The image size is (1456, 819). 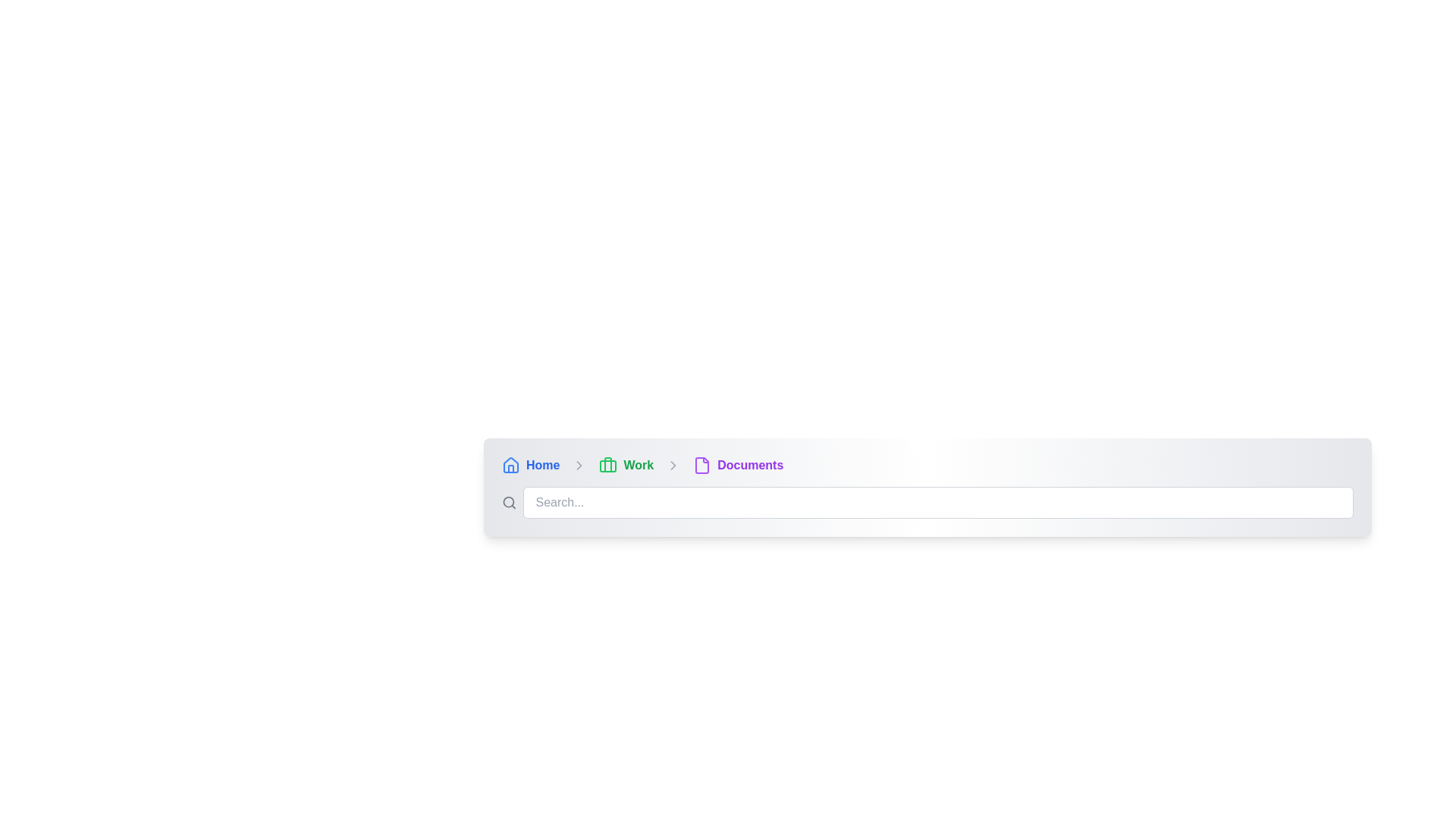 What do you see at coordinates (626, 464) in the screenshot?
I see `the second breadcrumb navigation link that allows users to navigate to the 'Work' section, located between 'Home' and 'Documents'` at bounding box center [626, 464].